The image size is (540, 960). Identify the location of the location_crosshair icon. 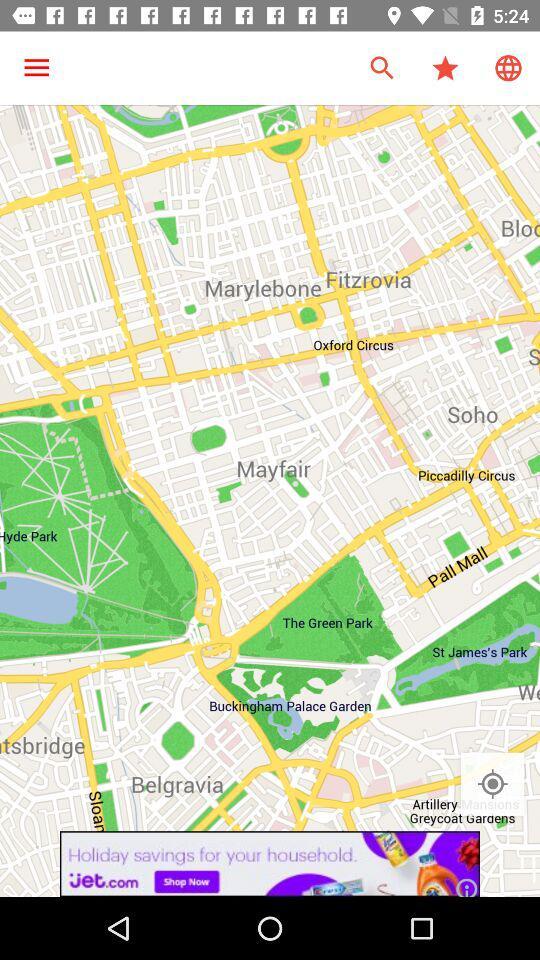
(491, 784).